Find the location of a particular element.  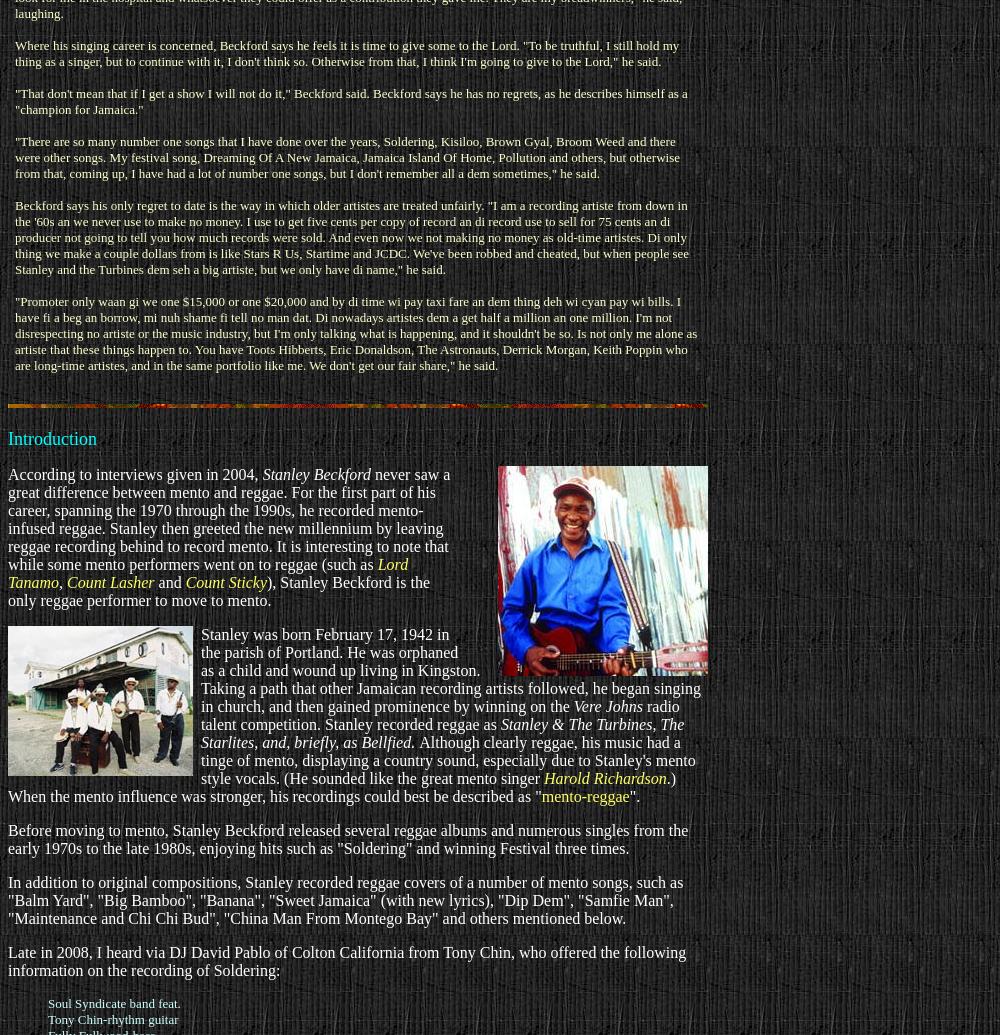

'never saw a great difference between 
		mento and reggae. For the first part of his career, spanning the 1970 
		through the 1990s, he recorded mento-infused reggae. Stanley then 
		greeted the new millennium by leaving reggae recording behind to 
		record mento. It is interesting to note that while some mento performers 
		went on to reggae (such as' is located at coordinates (228, 518).